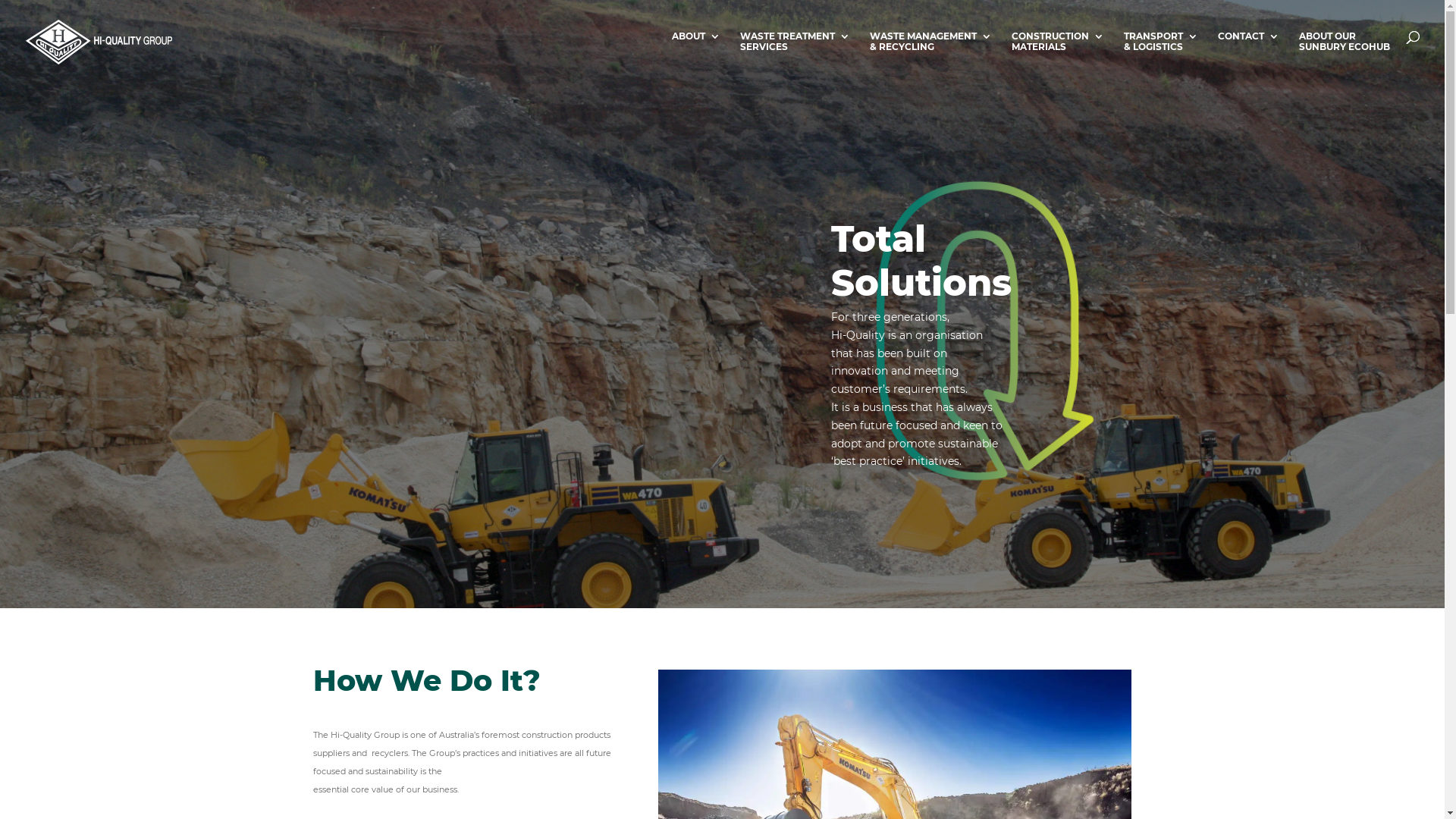  What do you see at coordinates (1344, 56) in the screenshot?
I see `'ABOUT OUR` at bounding box center [1344, 56].